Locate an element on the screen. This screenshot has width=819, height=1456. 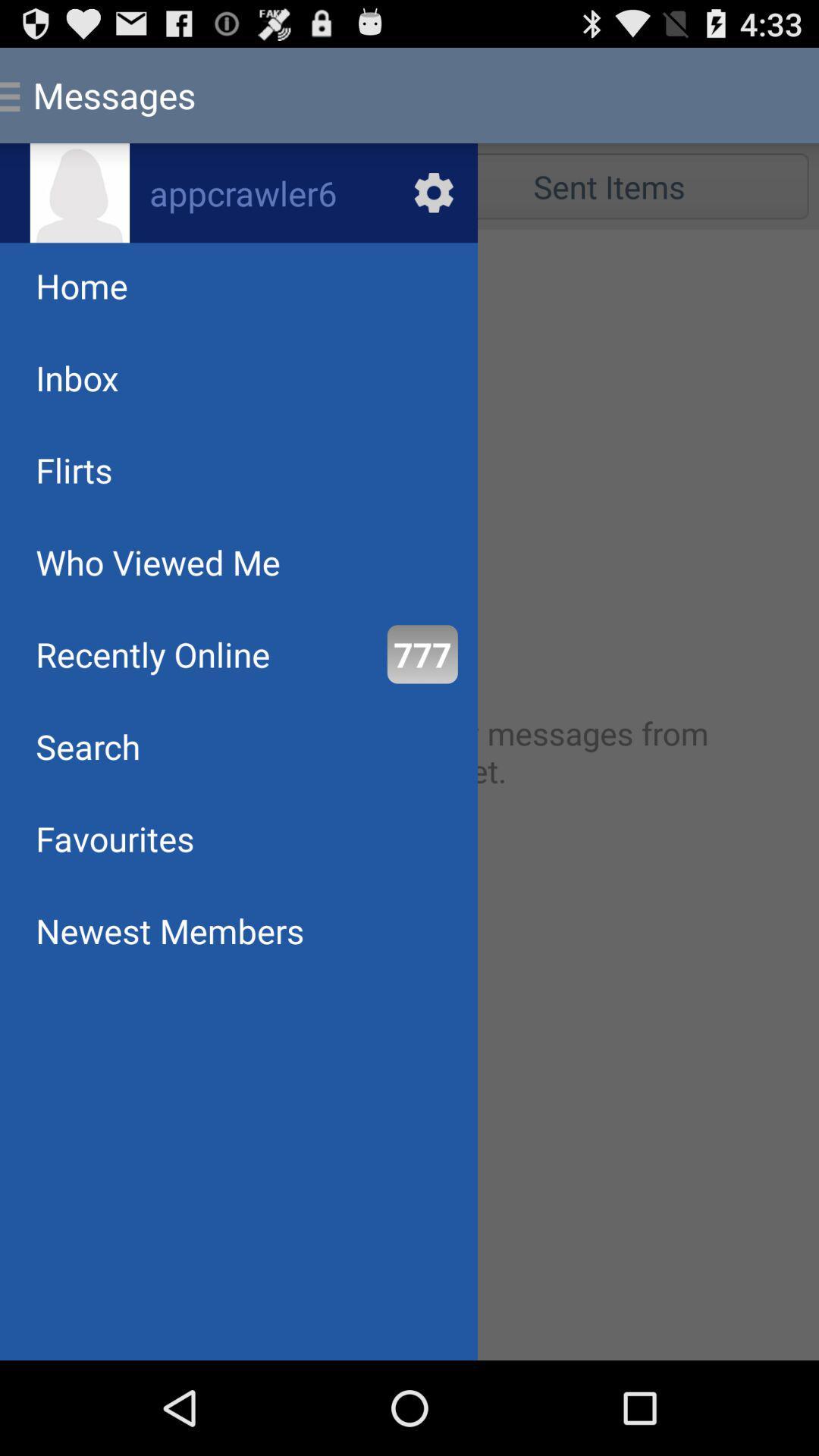
the icon  above the home is located at coordinates (80, 192).